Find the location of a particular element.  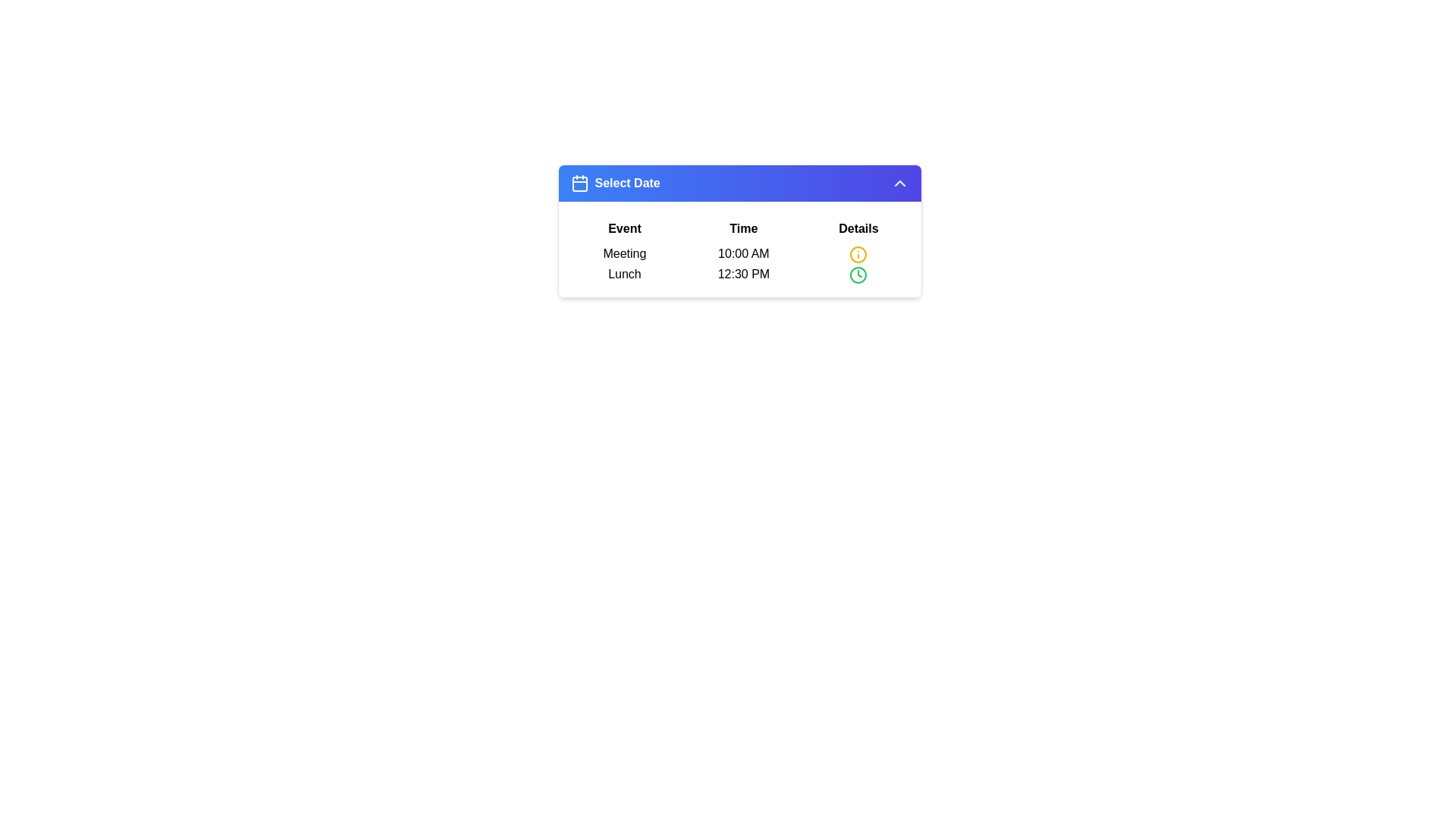

the table displaying scheduled events with columns labeled 'Event', 'Time', and 'Details' is located at coordinates (739, 248).